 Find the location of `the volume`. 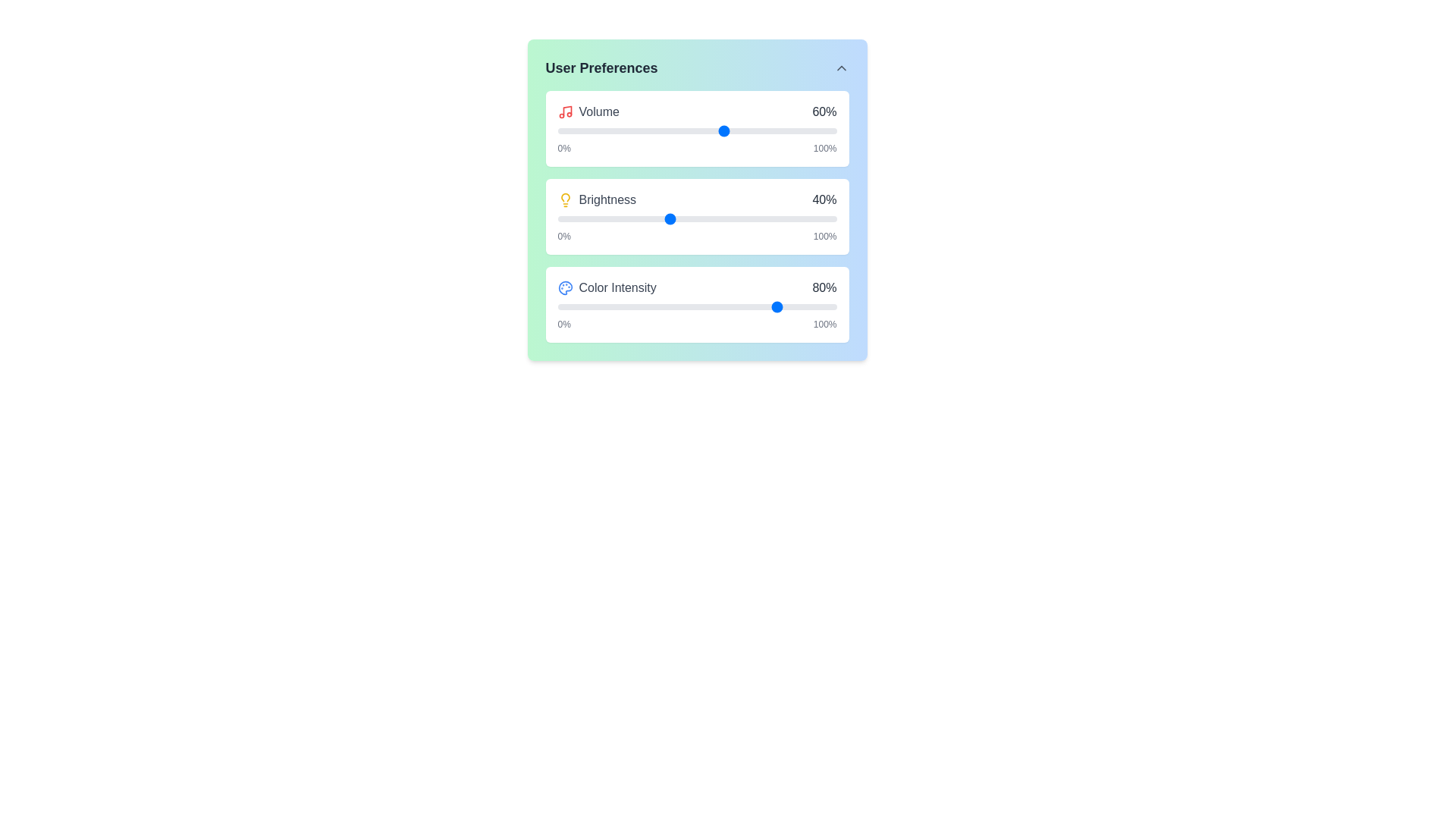

the volume is located at coordinates (764, 130).